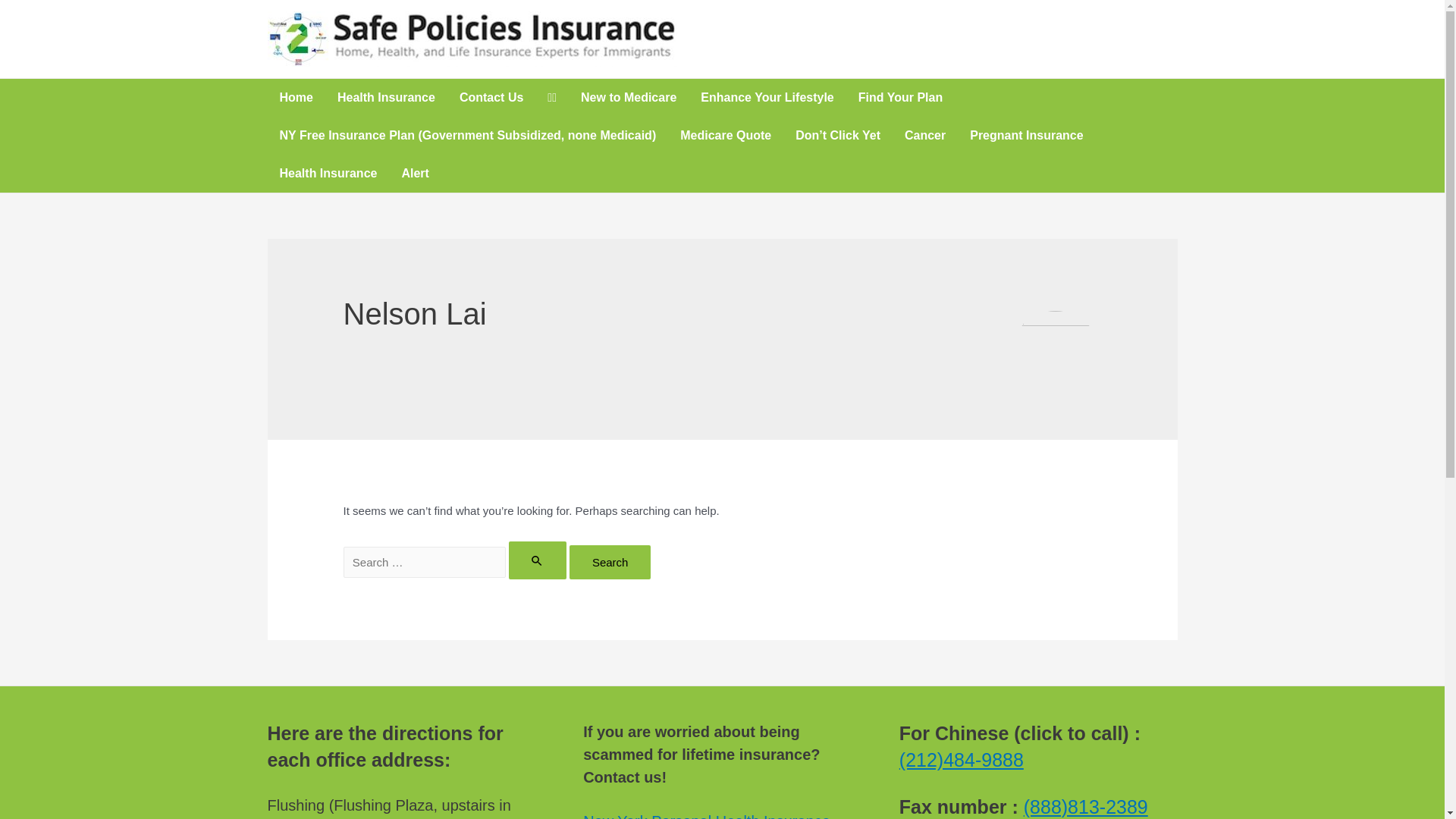 This screenshot has width=1456, height=819. I want to click on 'Cancer', so click(924, 134).